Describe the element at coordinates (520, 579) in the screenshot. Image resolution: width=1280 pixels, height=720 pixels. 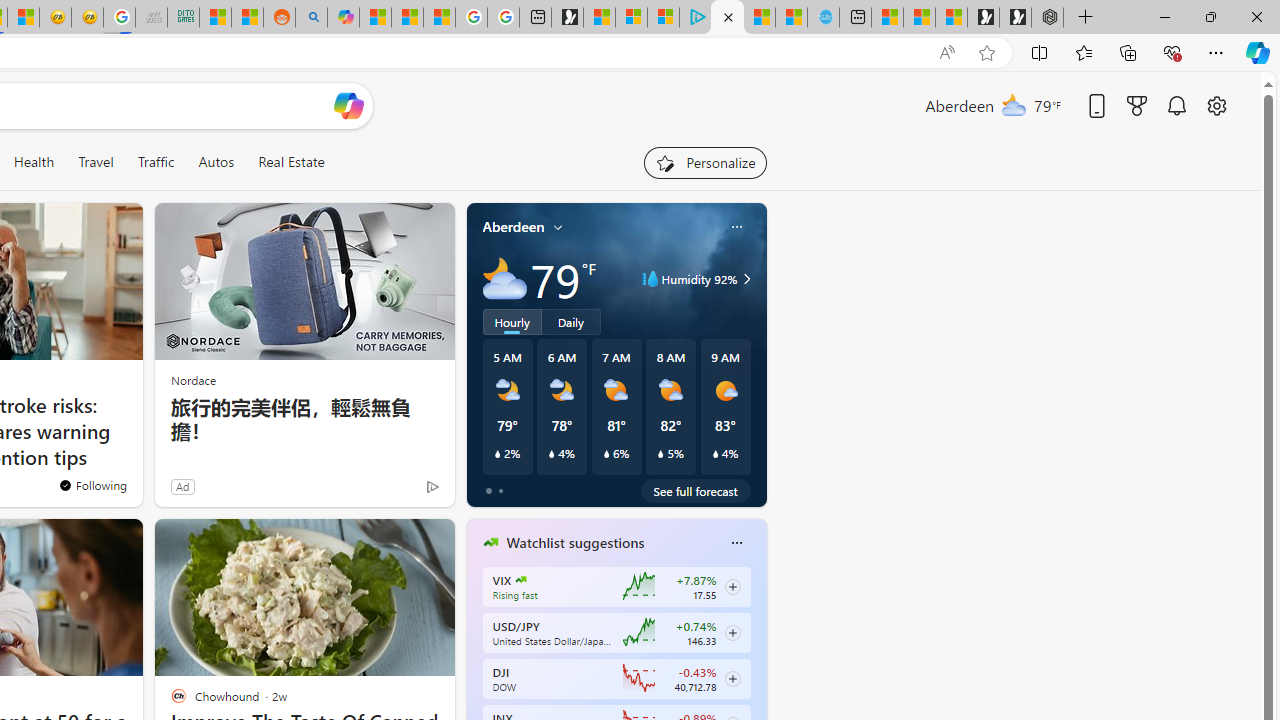
I see `'CBOE Market Volatility Index'` at that location.